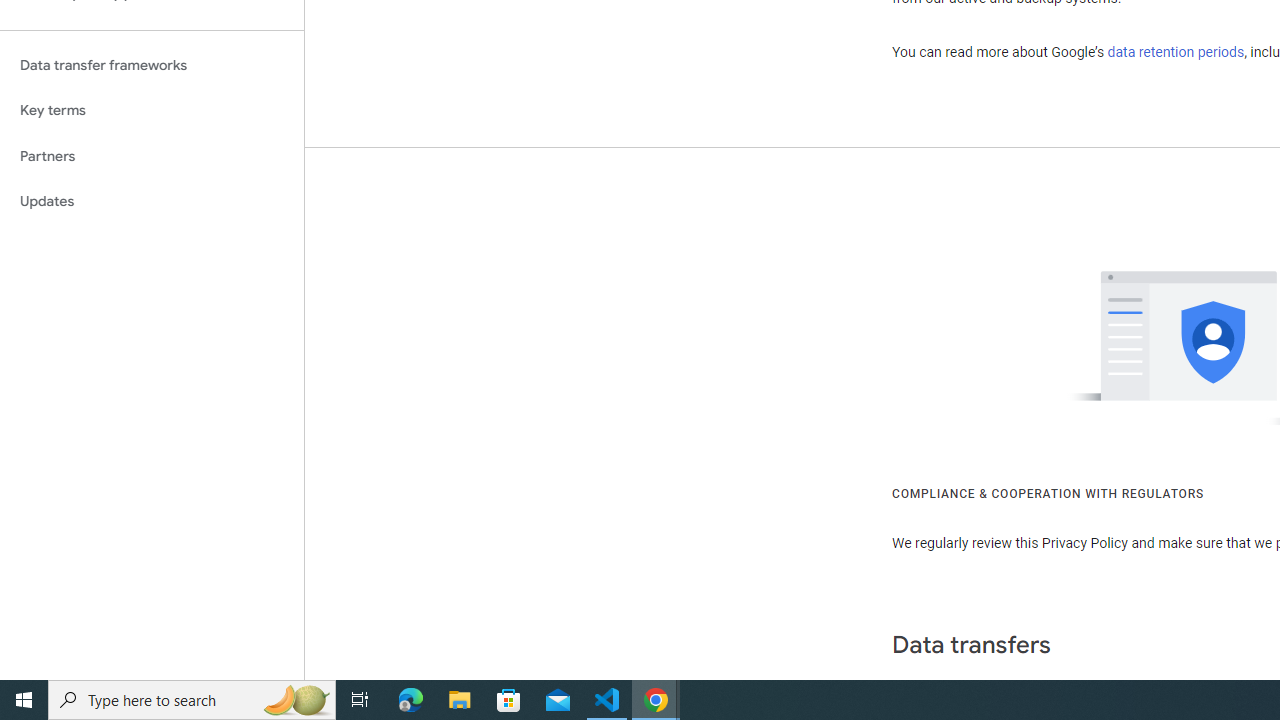  Describe the element at coordinates (24, 698) in the screenshot. I see `'Start'` at that location.